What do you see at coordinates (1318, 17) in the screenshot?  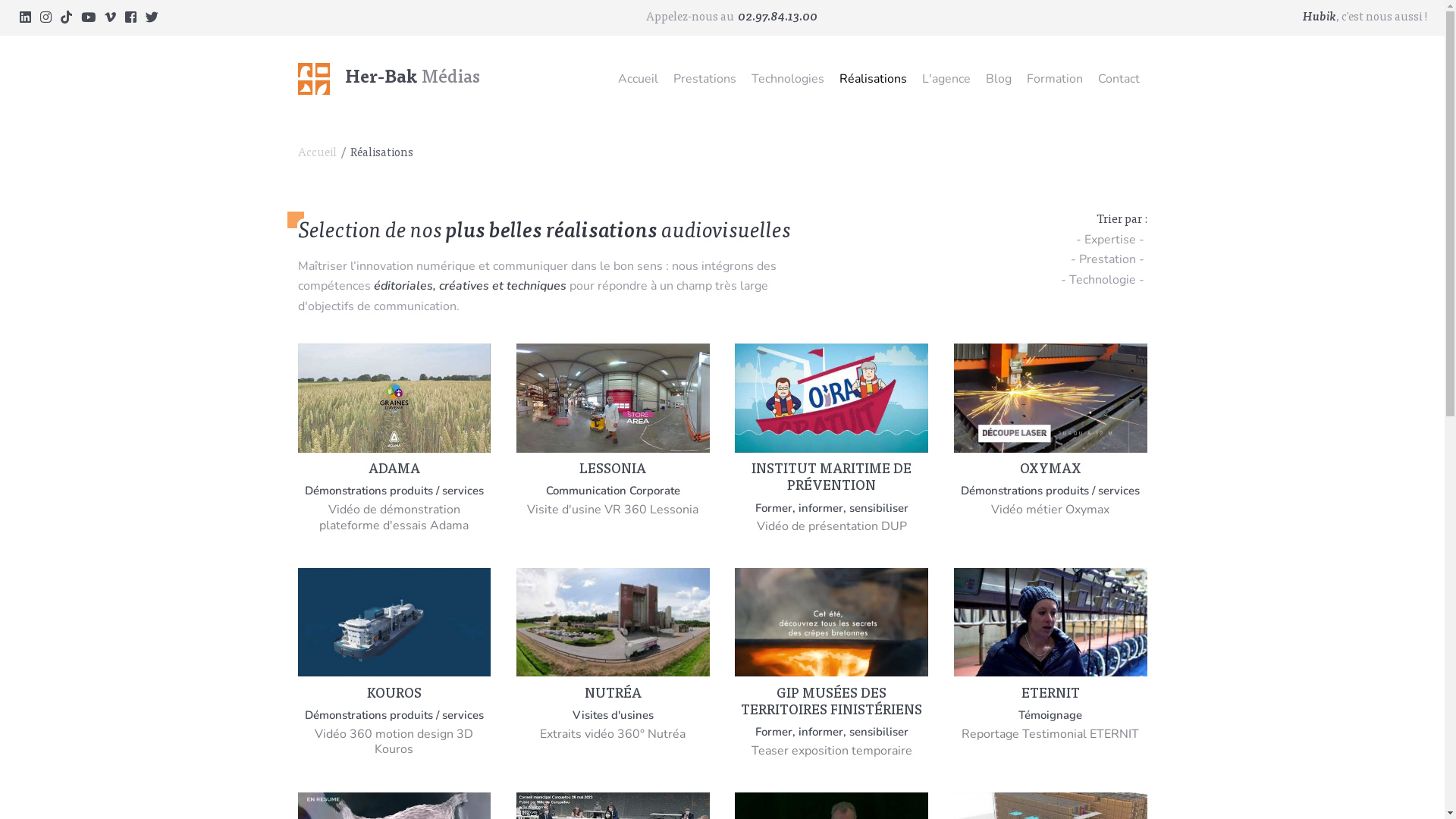 I see `'Hubik'` at bounding box center [1318, 17].